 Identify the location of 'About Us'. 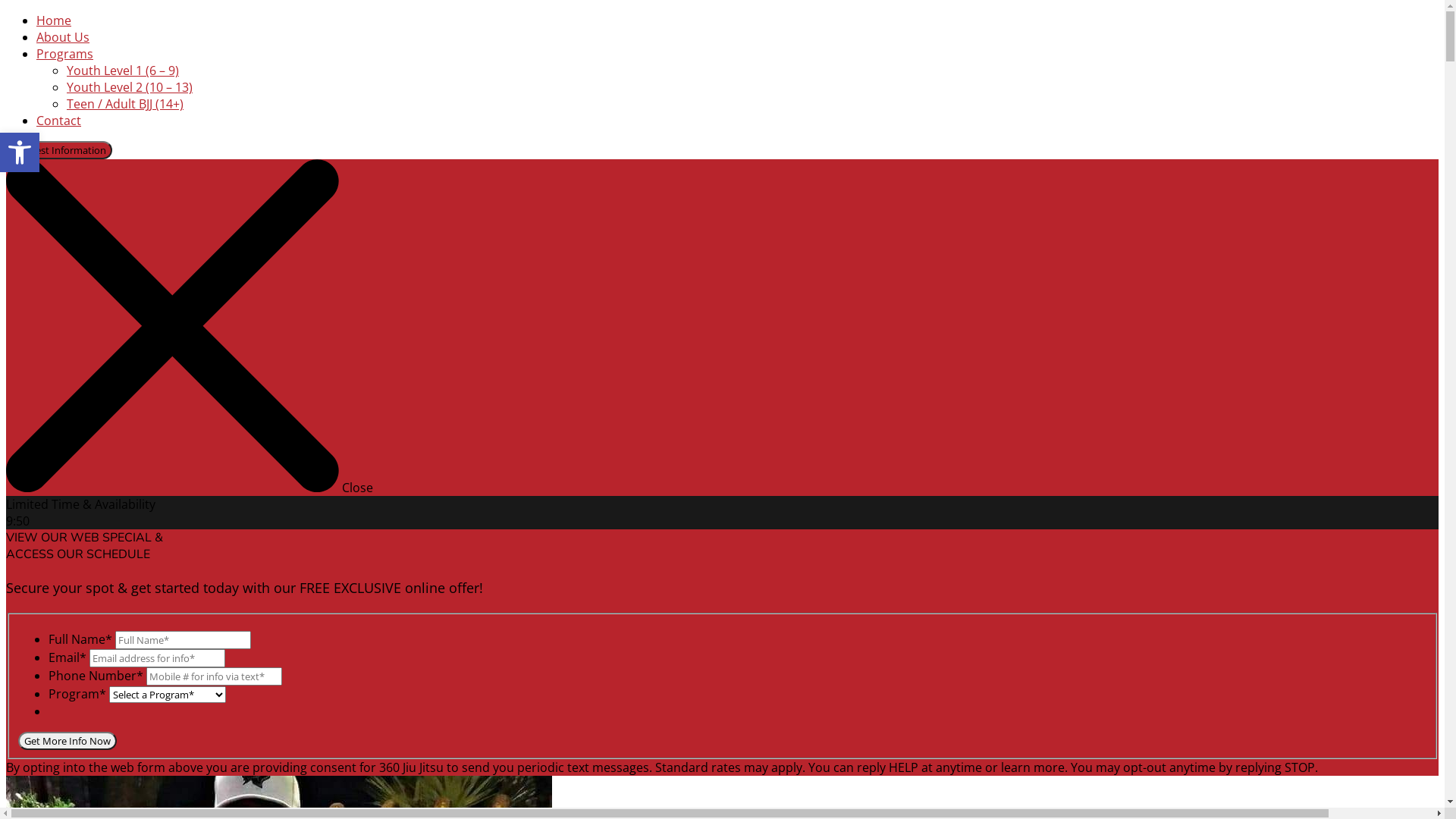
(61, 36).